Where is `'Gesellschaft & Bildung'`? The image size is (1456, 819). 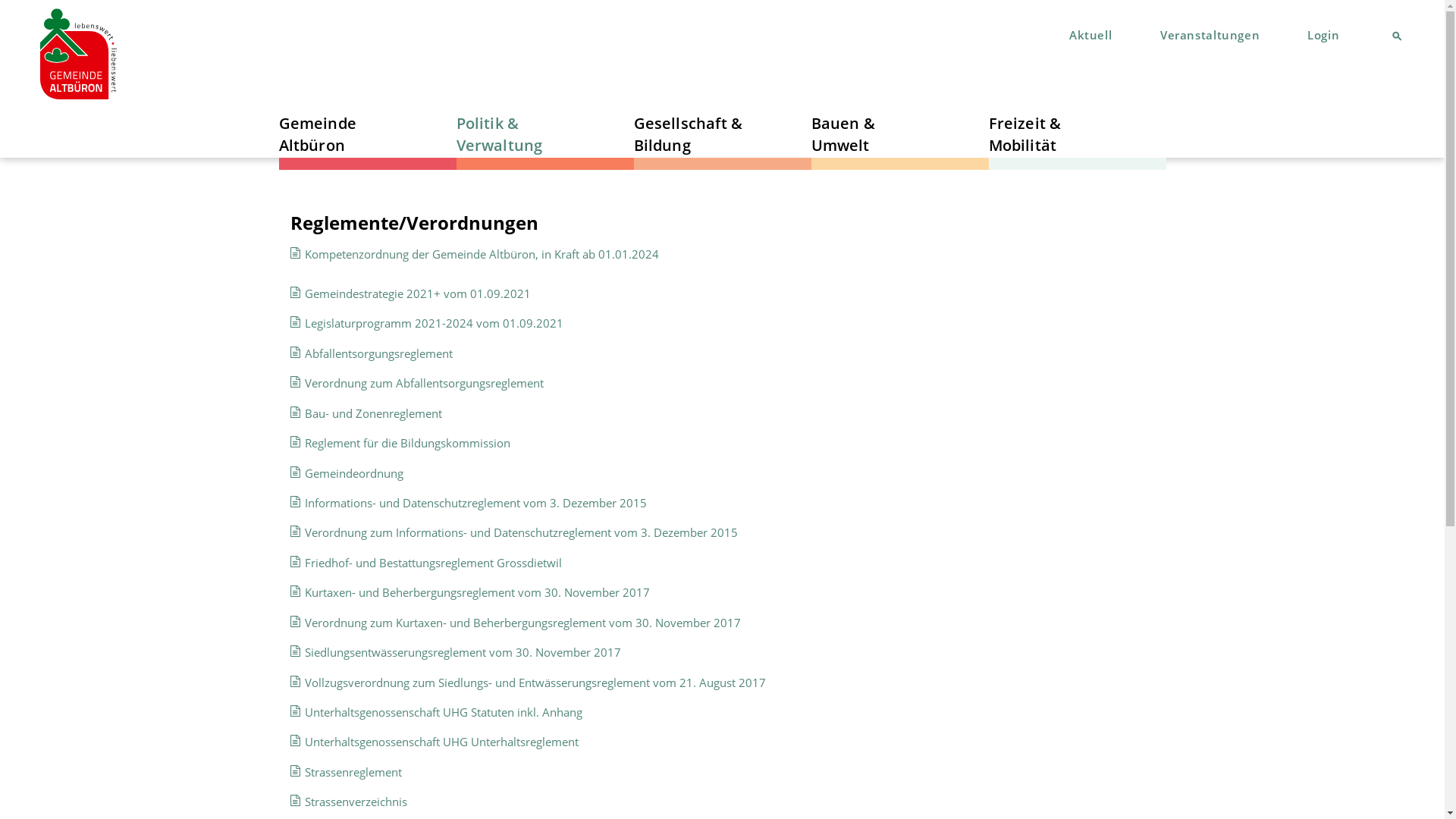
'Gesellschaft & Bildung' is located at coordinates (694, 133).